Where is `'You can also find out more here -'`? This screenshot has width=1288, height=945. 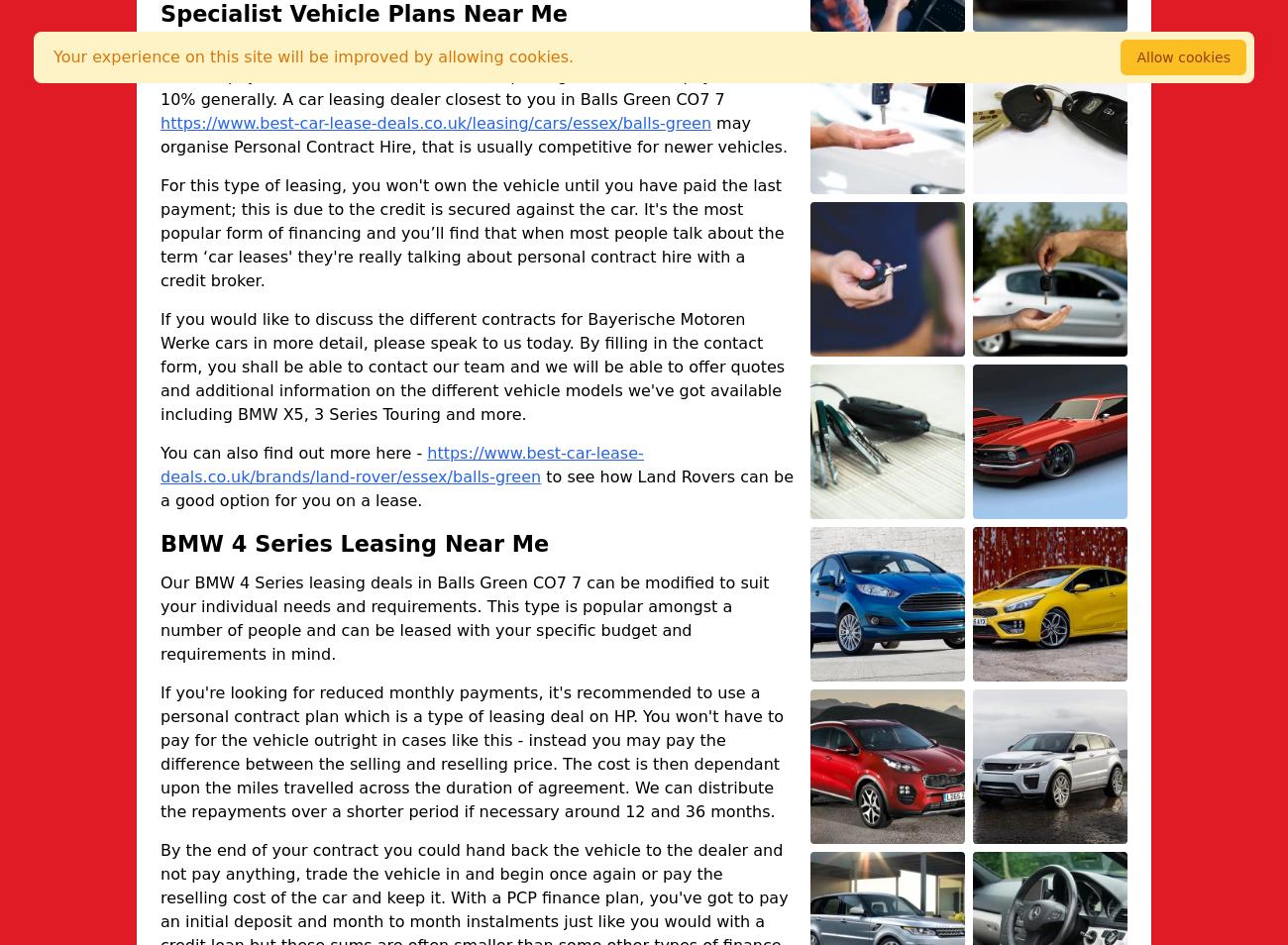
'You can also find out more here -' is located at coordinates (159, 453).